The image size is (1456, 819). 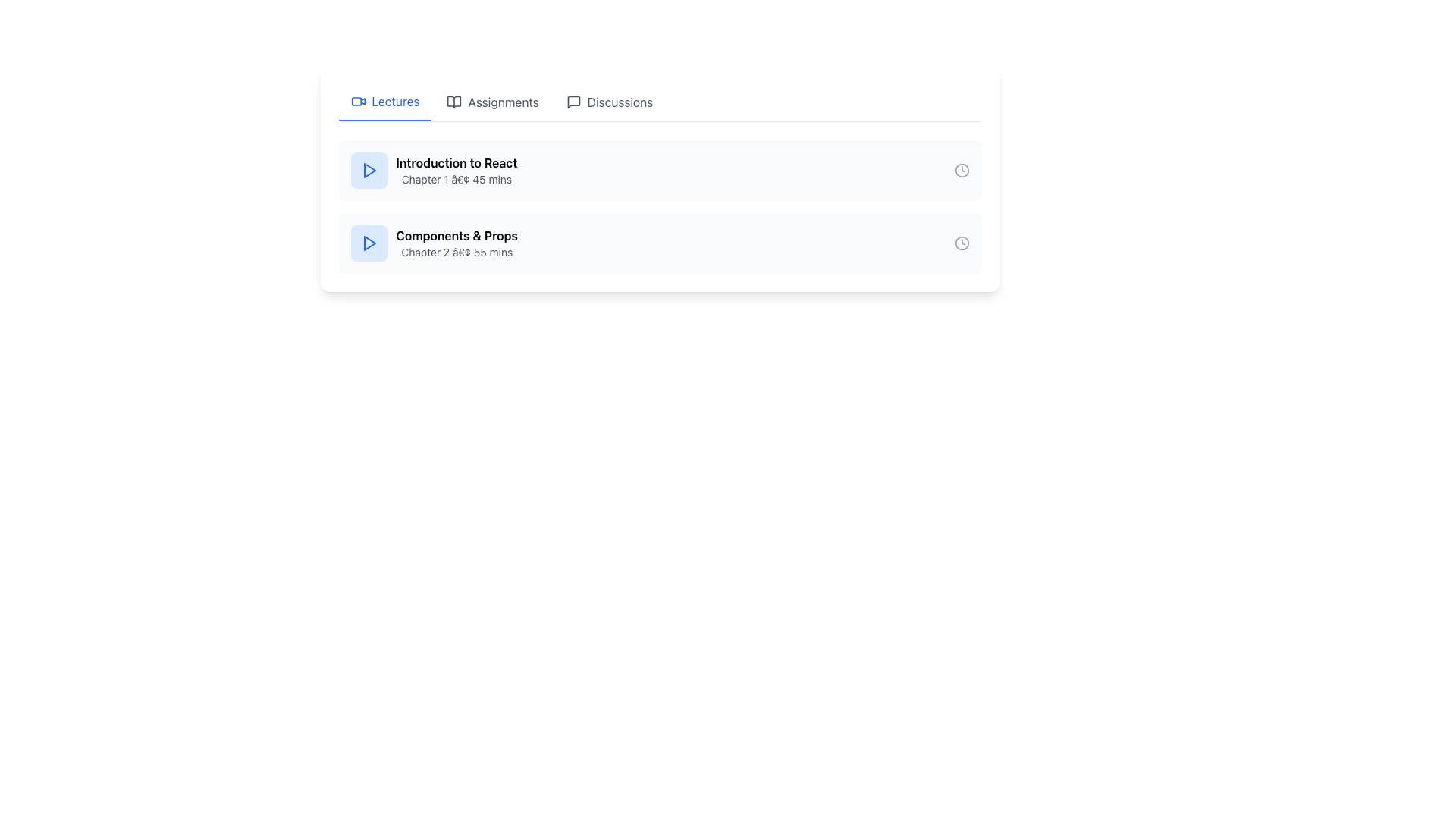 What do you see at coordinates (961, 242) in the screenshot?
I see `the circular icon with a thin outline located at the center of the clock-shaped icon, which symbolizes a time or duration feature, near the right side of the 'Introduction to React' item in the list` at bounding box center [961, 242].